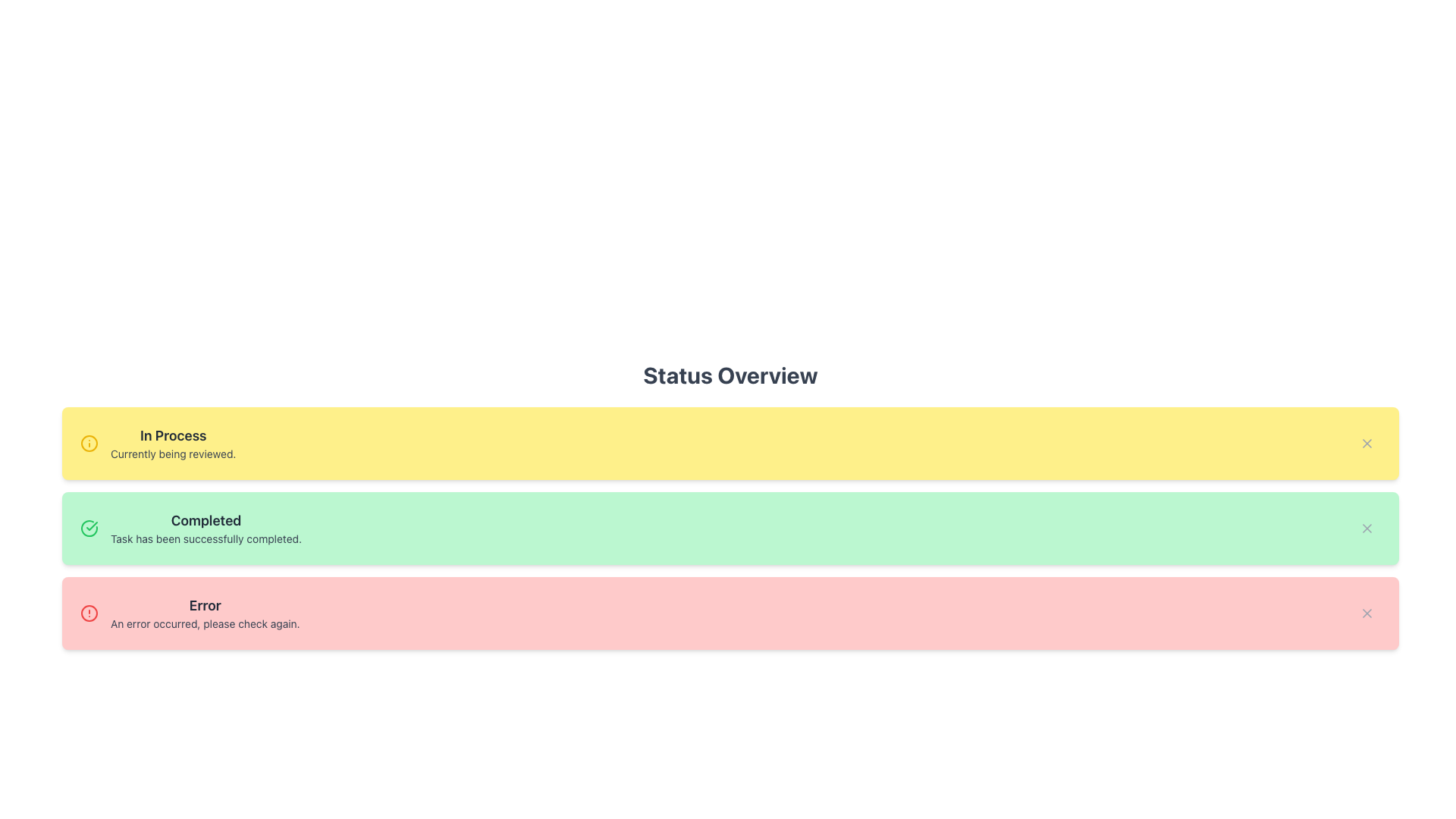  What do you see at coordinates (158, 444) in the screenshot?
I see `the Text Display with Icon that shows 'In Process' and 'Currently being reviewed.' with an info icon on a yellow background` at bounding box center [158, 444].